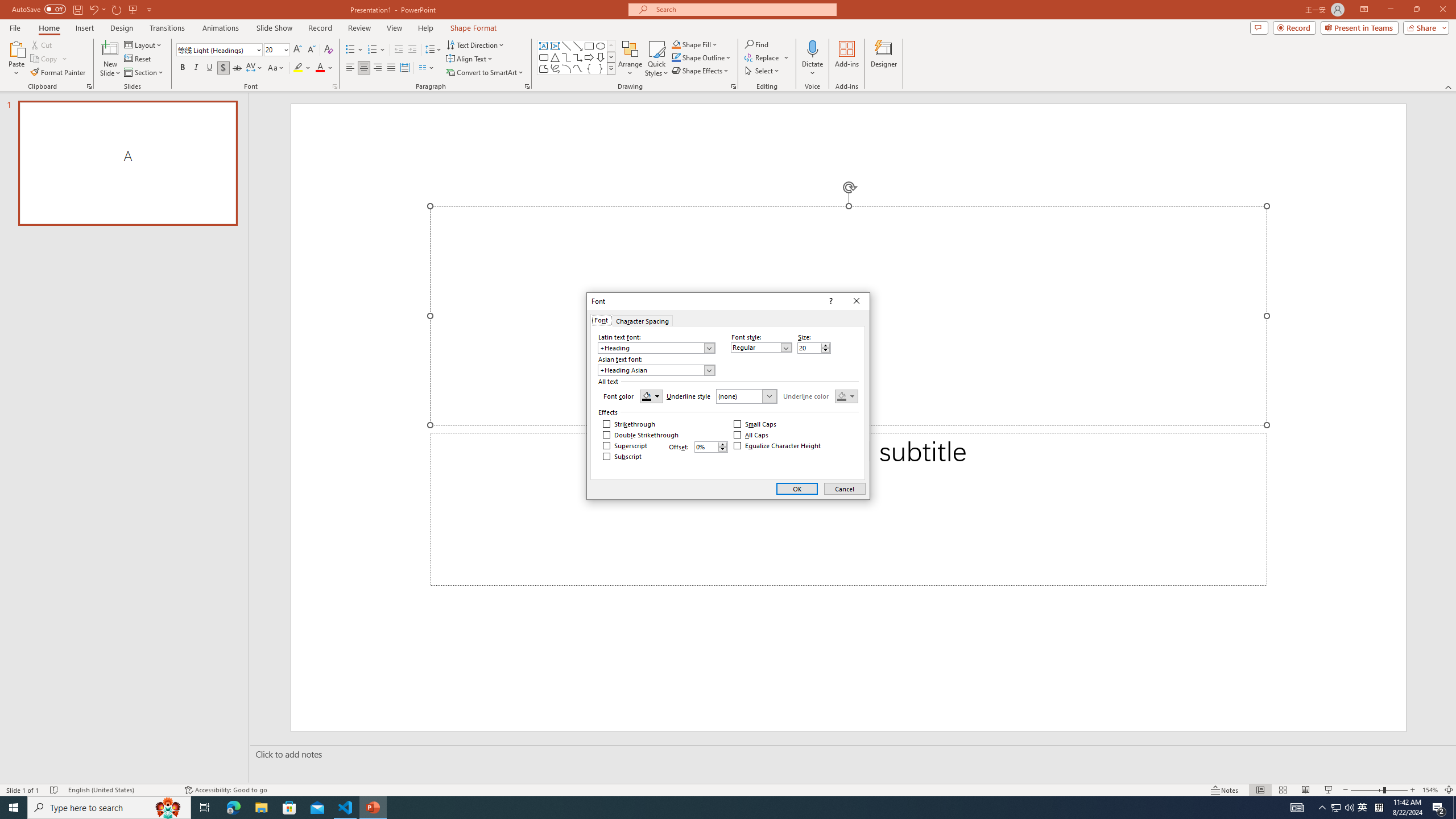 The image size is (1456, 819). What do you see at coordinates (814, 348) in the screenshot?
I see `'Size'` at bounding box center [814, 348].